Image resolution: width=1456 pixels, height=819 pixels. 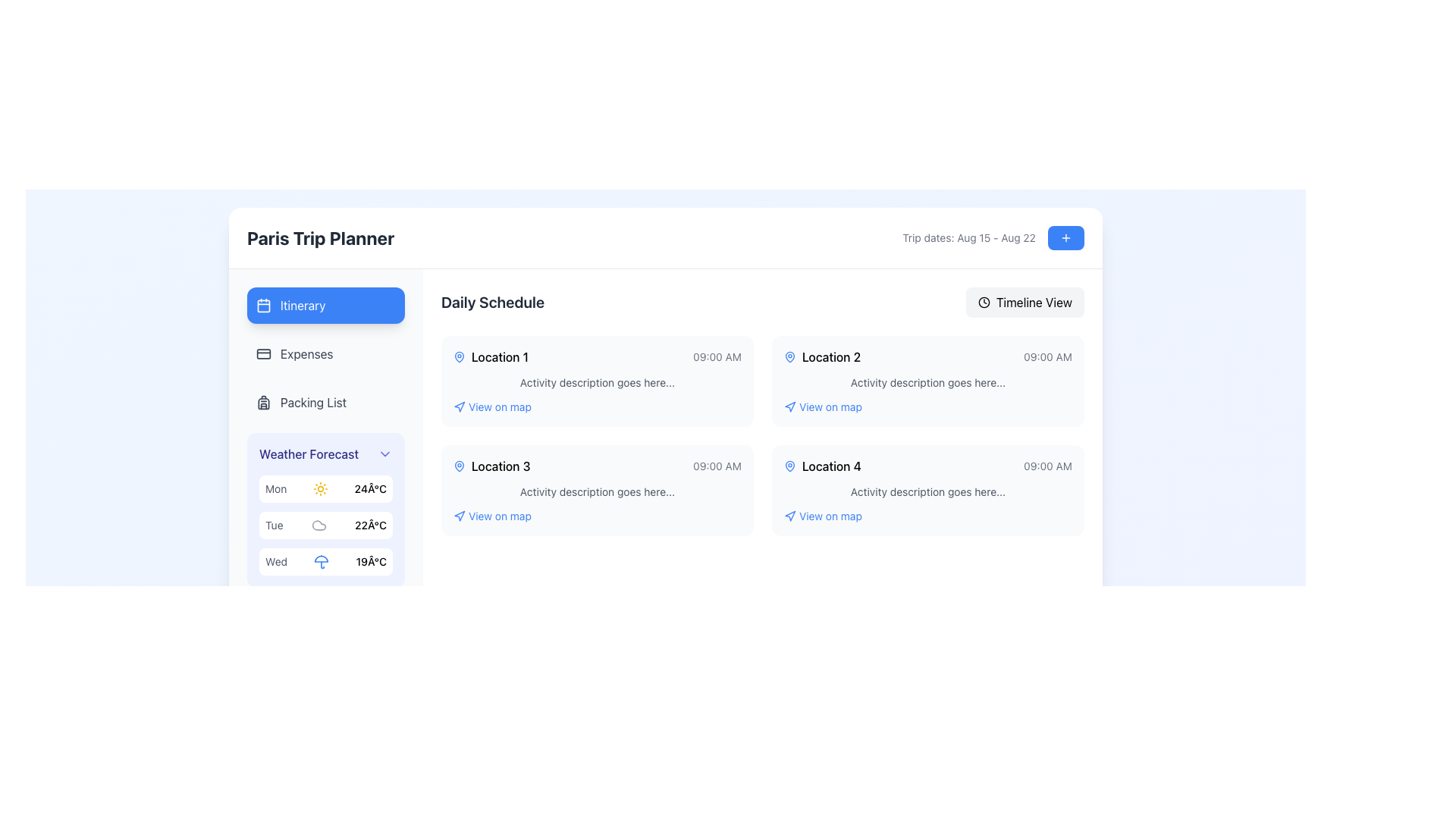 I want to click on the 'Timeline View' text label within the button component that has a rounded light gray background and includes a clock icon to the left, so click(x=1033, y=302).